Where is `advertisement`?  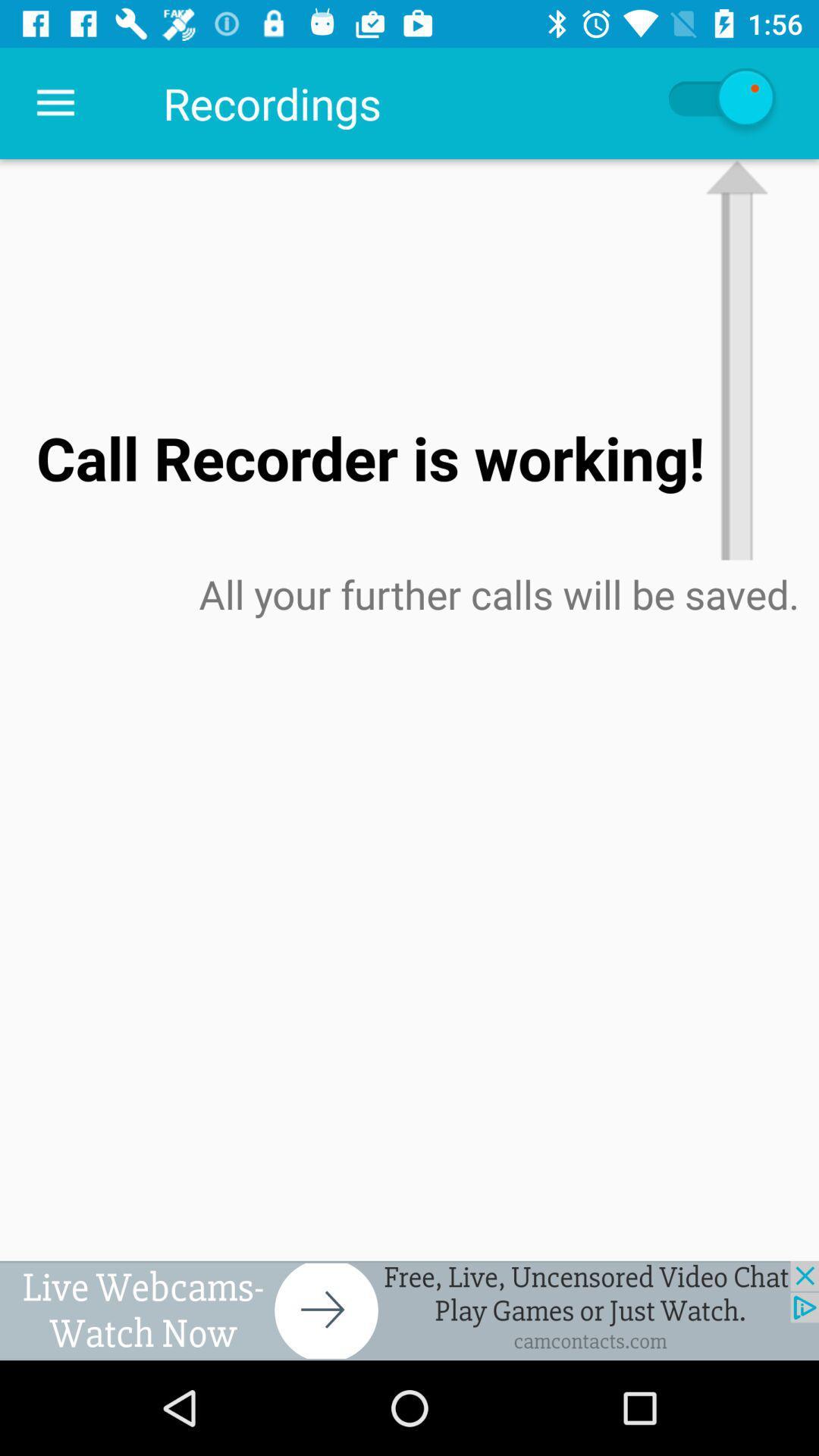 advertisement is located at coordinates (409, 1310).